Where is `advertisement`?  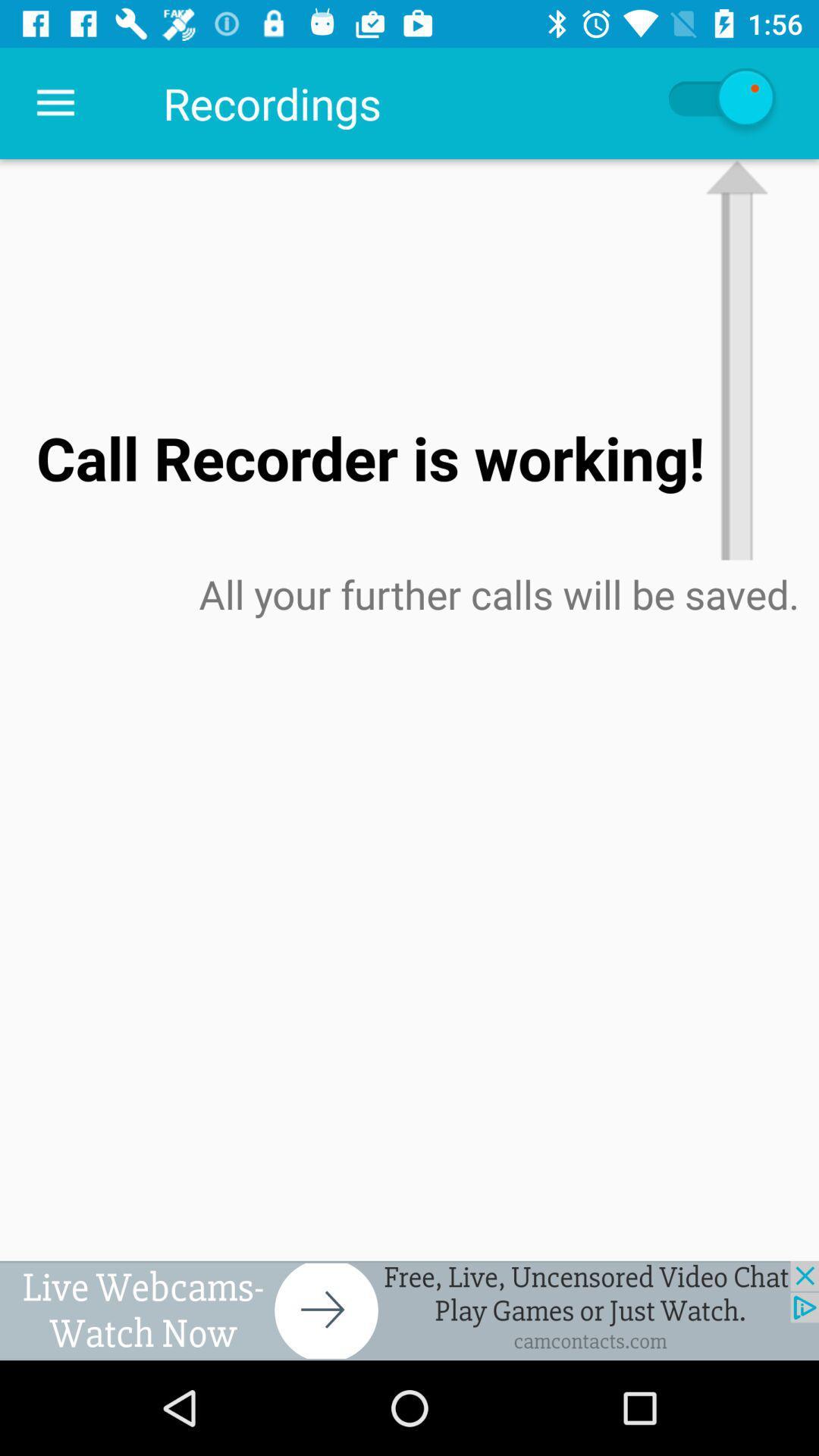 advertisement is located at coordinates (409, 1310).